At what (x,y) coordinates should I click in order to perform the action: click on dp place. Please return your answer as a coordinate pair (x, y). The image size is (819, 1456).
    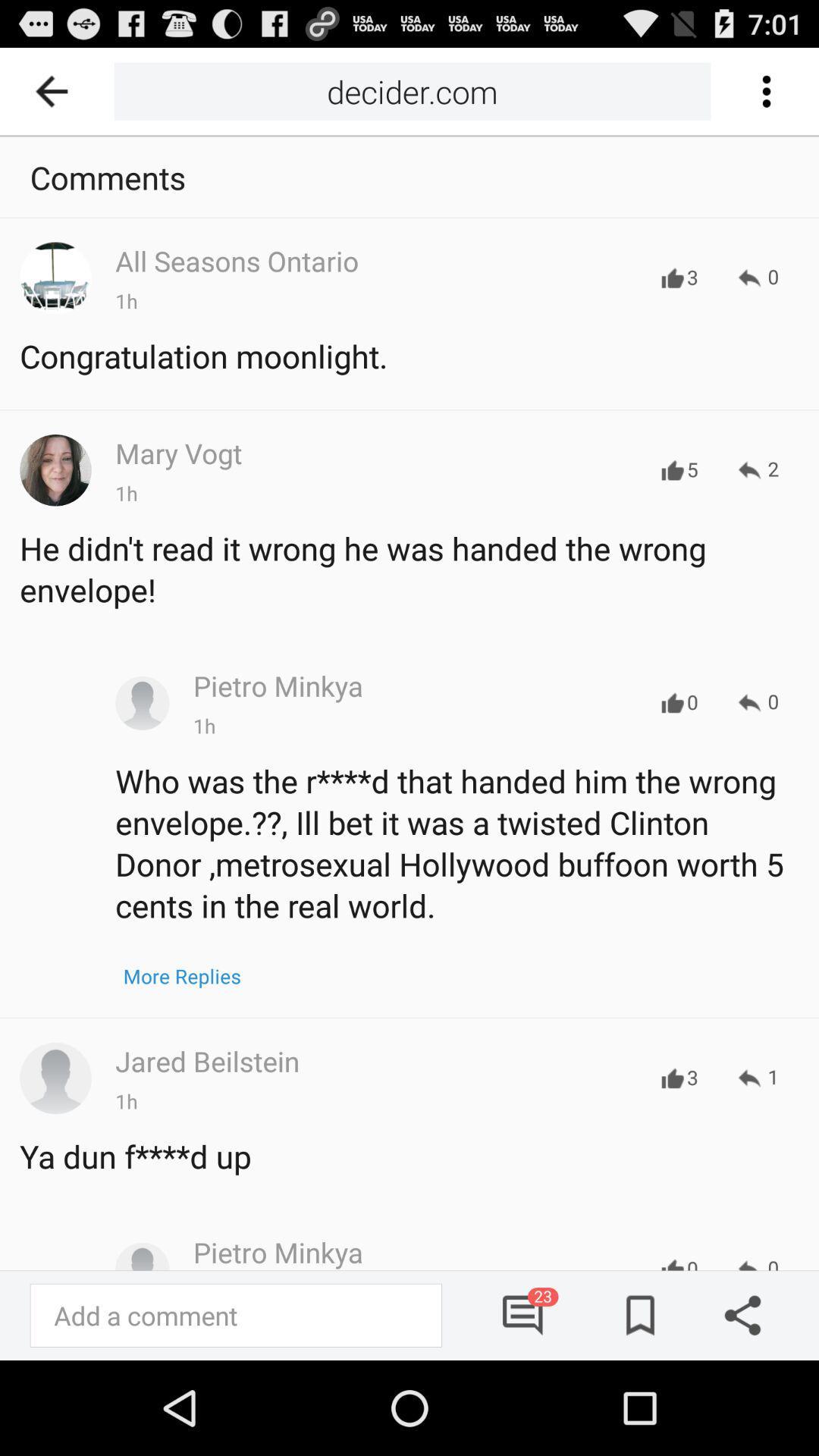
    Looking at the image, I should click on (142, 702).